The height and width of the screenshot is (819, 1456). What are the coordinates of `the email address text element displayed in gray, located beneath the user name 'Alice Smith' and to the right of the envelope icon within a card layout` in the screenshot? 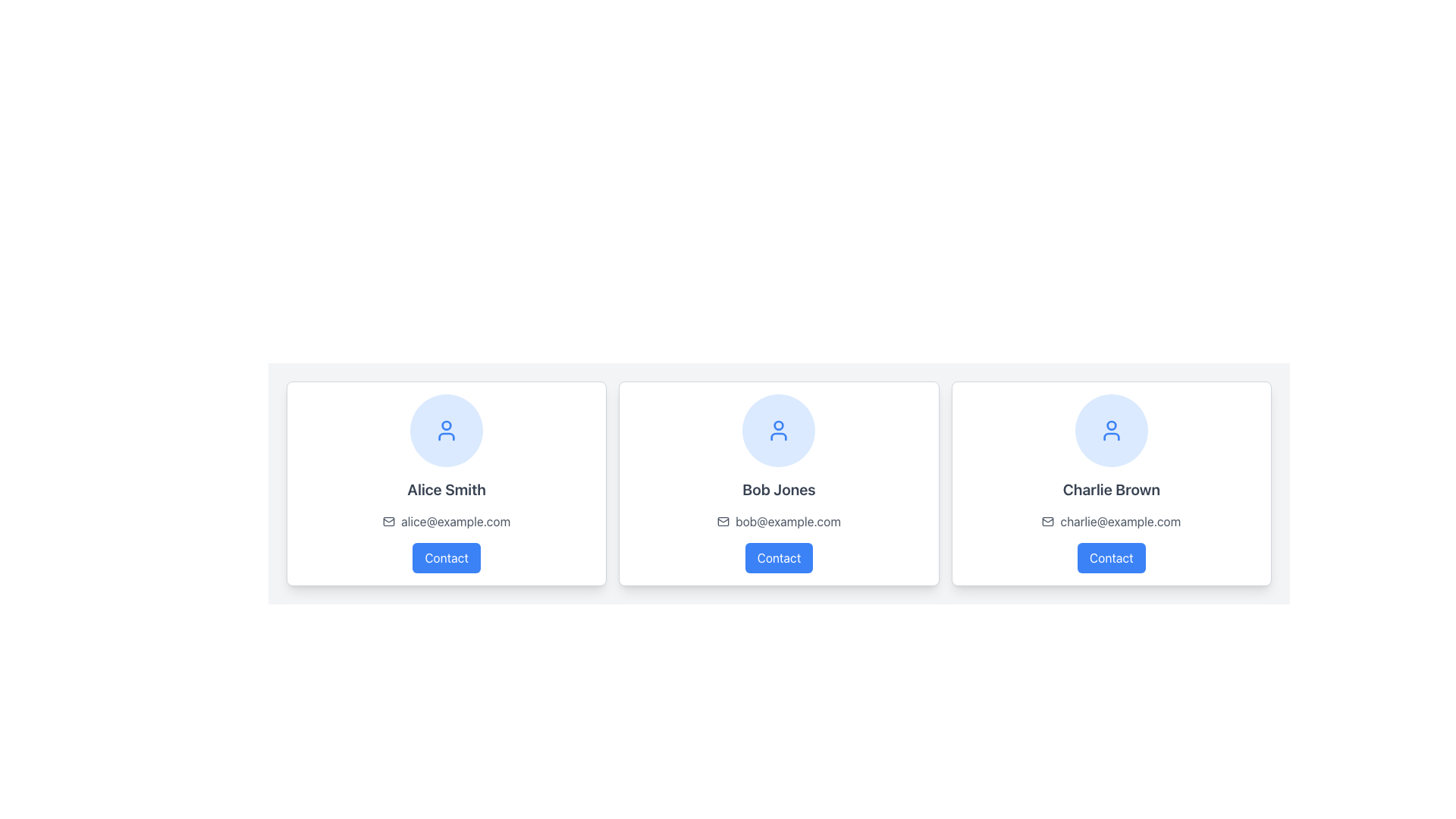 It's located at (455, 520).